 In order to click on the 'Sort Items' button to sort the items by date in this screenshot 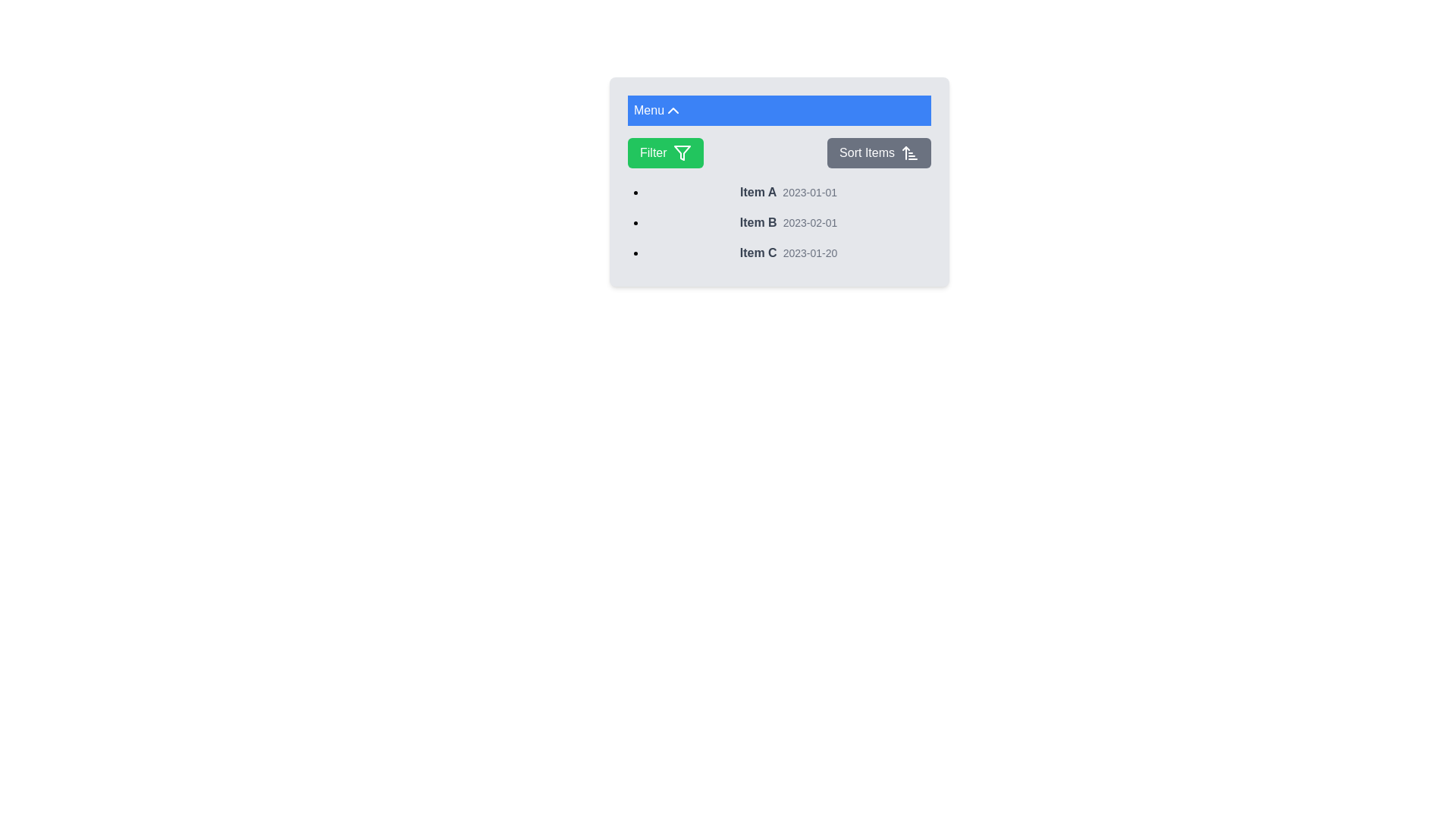, I will do `click(879, 152)`.